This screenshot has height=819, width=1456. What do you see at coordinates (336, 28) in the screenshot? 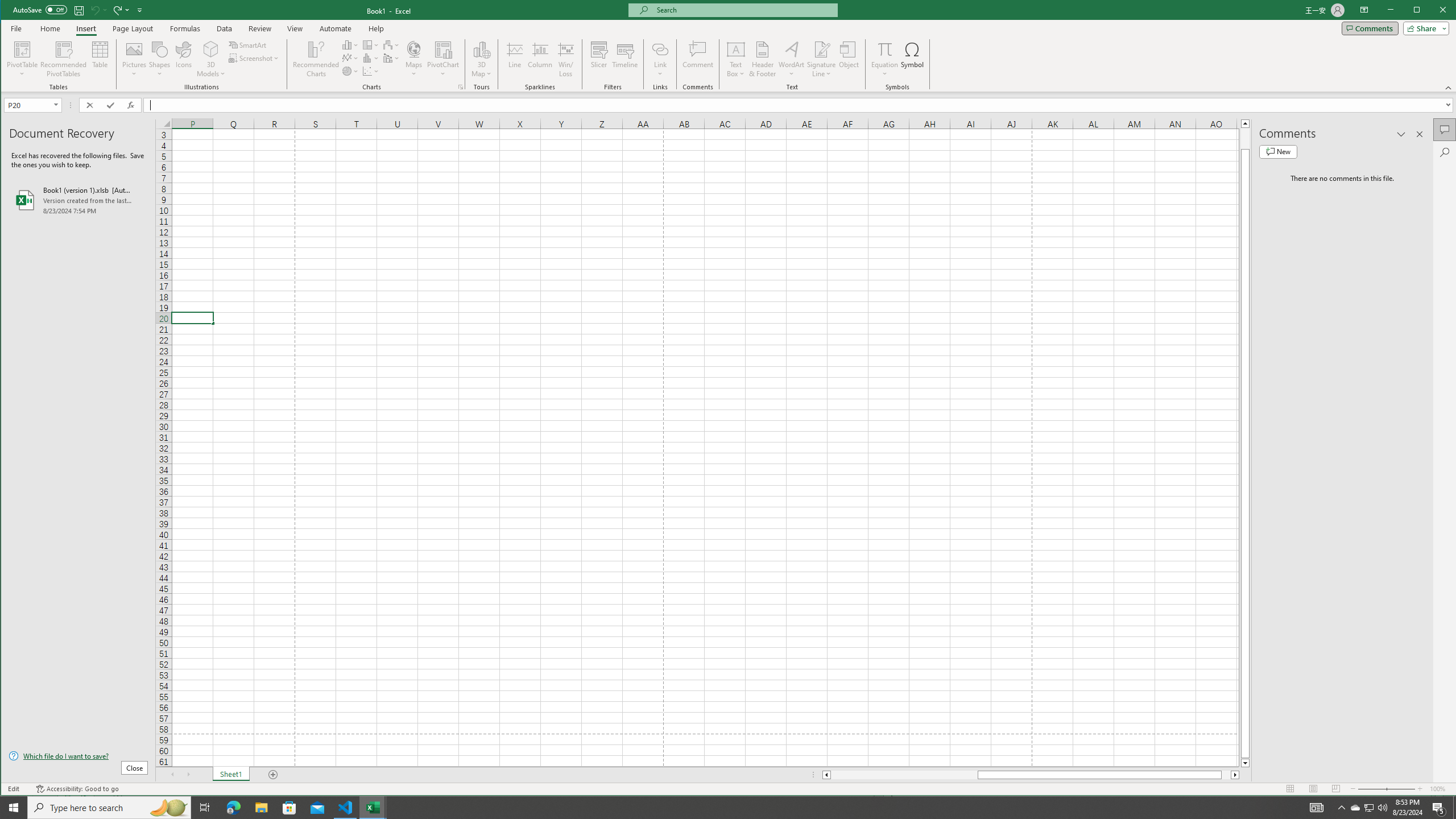
I see `'Automate'` at bounding box center [336, 28].